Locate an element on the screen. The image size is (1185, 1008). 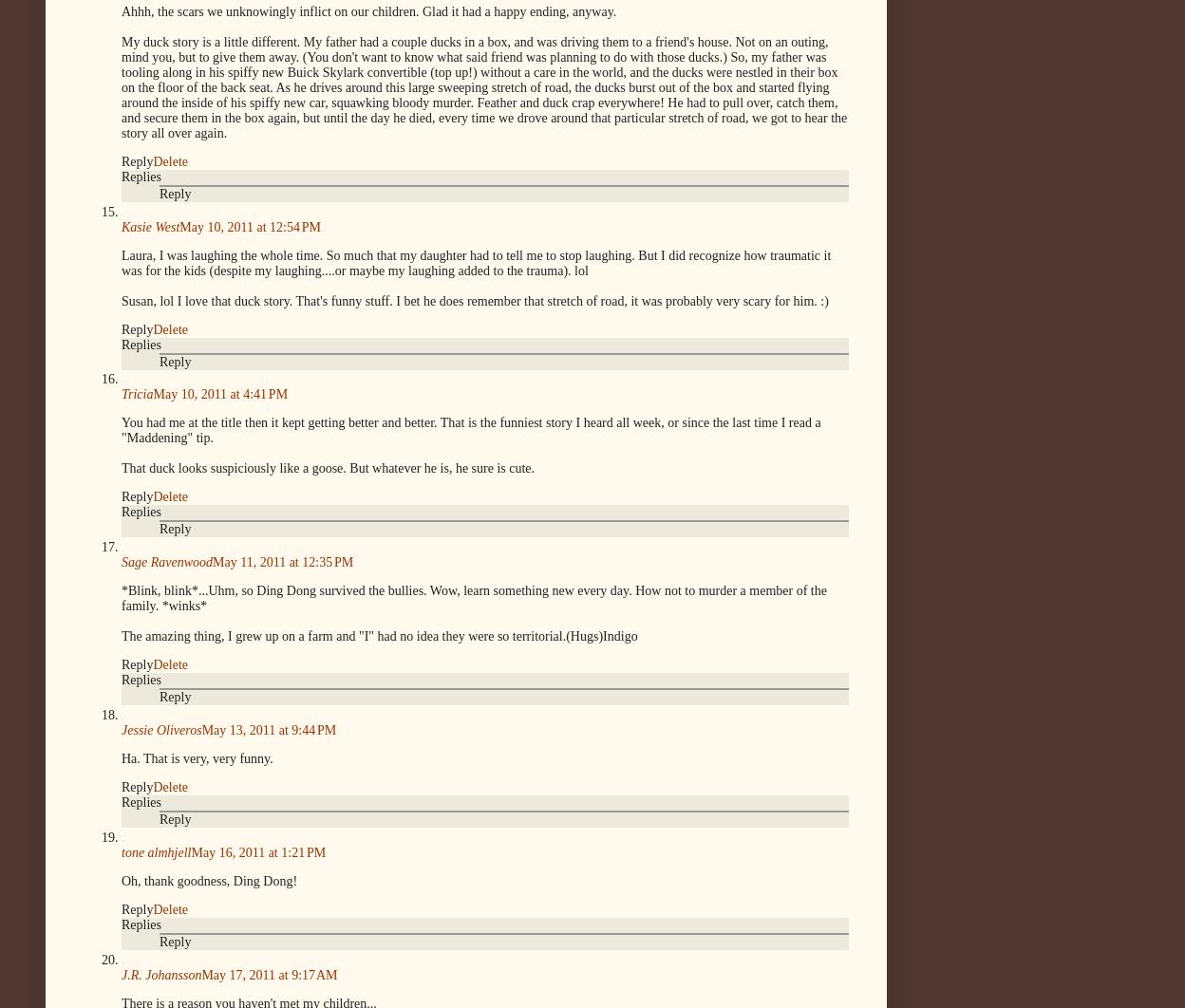
'Kasie West' is located at coordinates (122, 226).